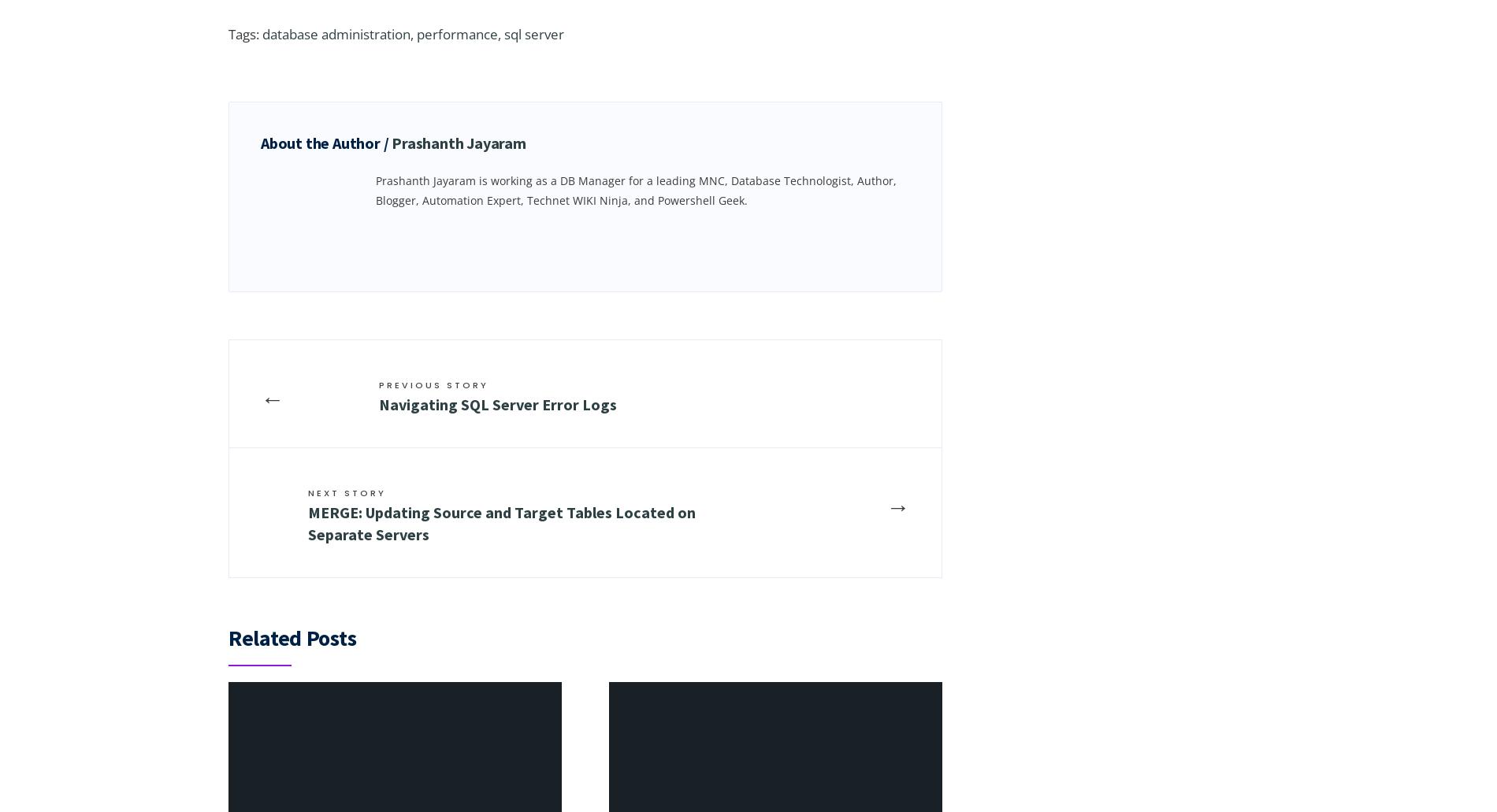 Image resolution: width=1497 pixels, height=812 pixels. Describe the element at coordinates (392, 142) in the screenshot. I see `'Prashanth Jayaram'` at that location.